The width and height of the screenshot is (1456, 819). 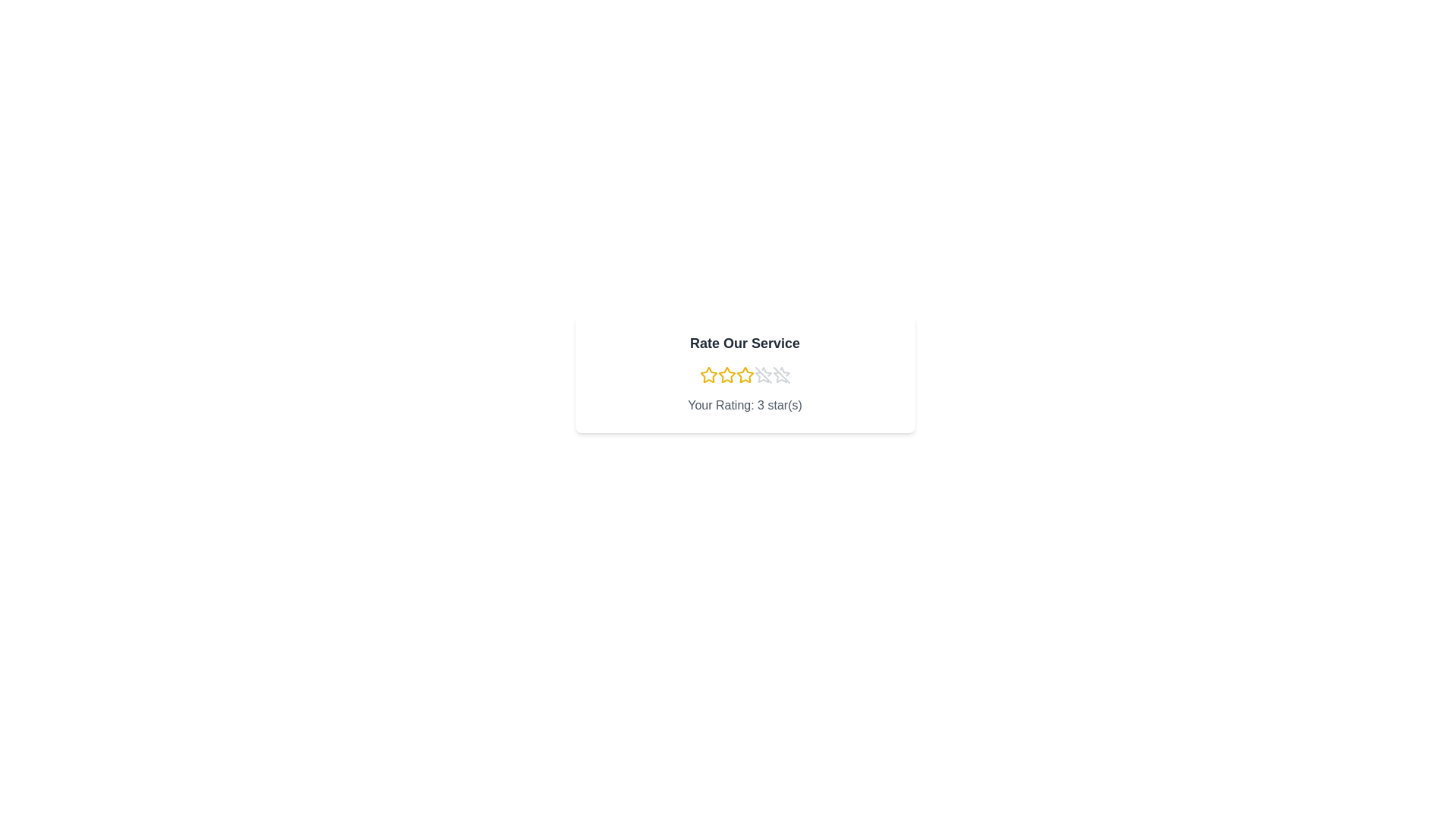 What do you see at coordinates (763, 375) in the screenshot?
I see `the rating to 4 stars by clicking on the corresponding star` at bounding box center [763, 375].